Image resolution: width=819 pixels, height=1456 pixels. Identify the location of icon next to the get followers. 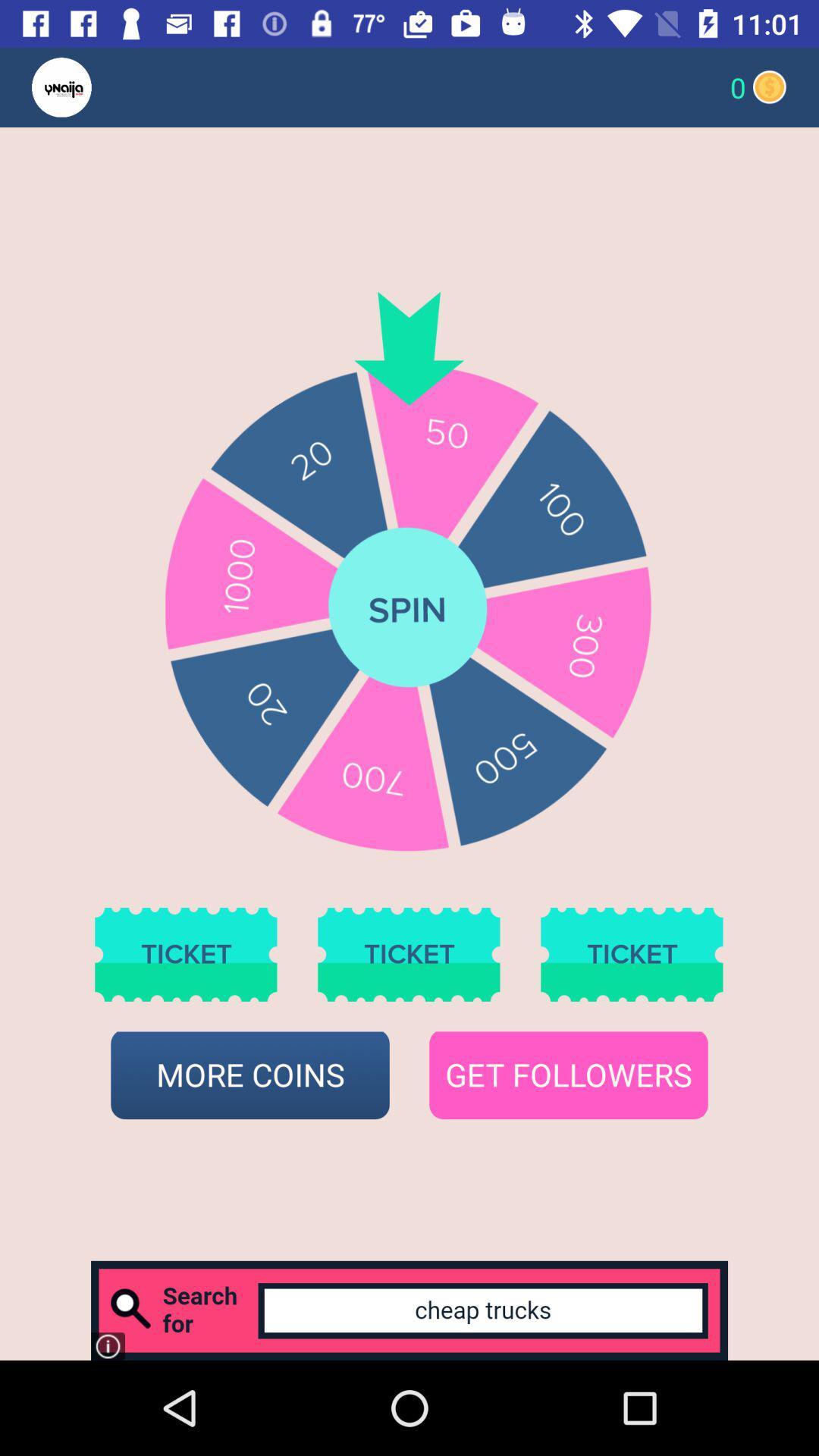
(249, 1075).